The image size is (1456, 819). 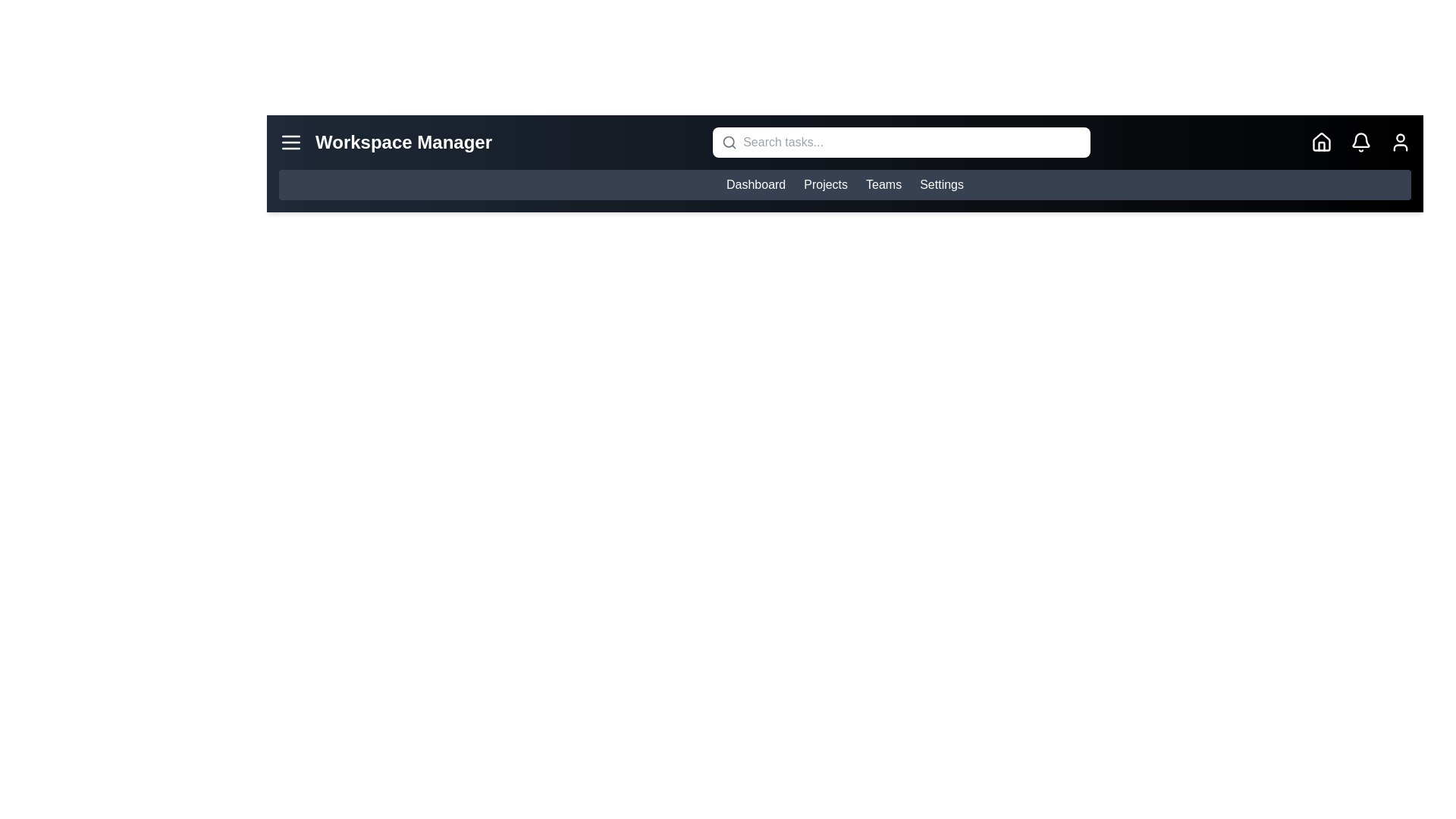 I want to click on the menu button to toggle the menu visibility, so click(x=291, y=143).